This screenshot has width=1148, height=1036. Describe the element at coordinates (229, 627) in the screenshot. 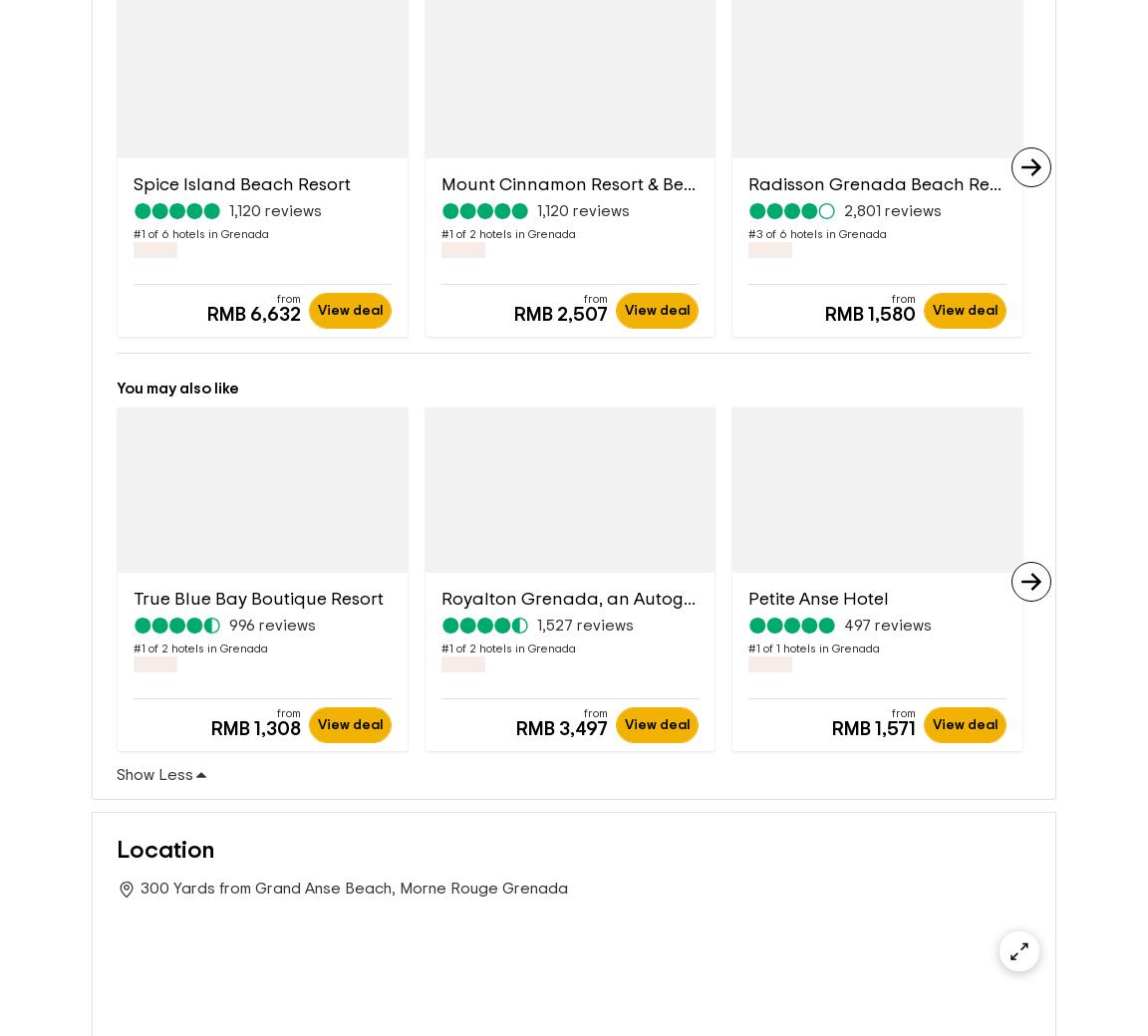

I see `'996'` at that location.